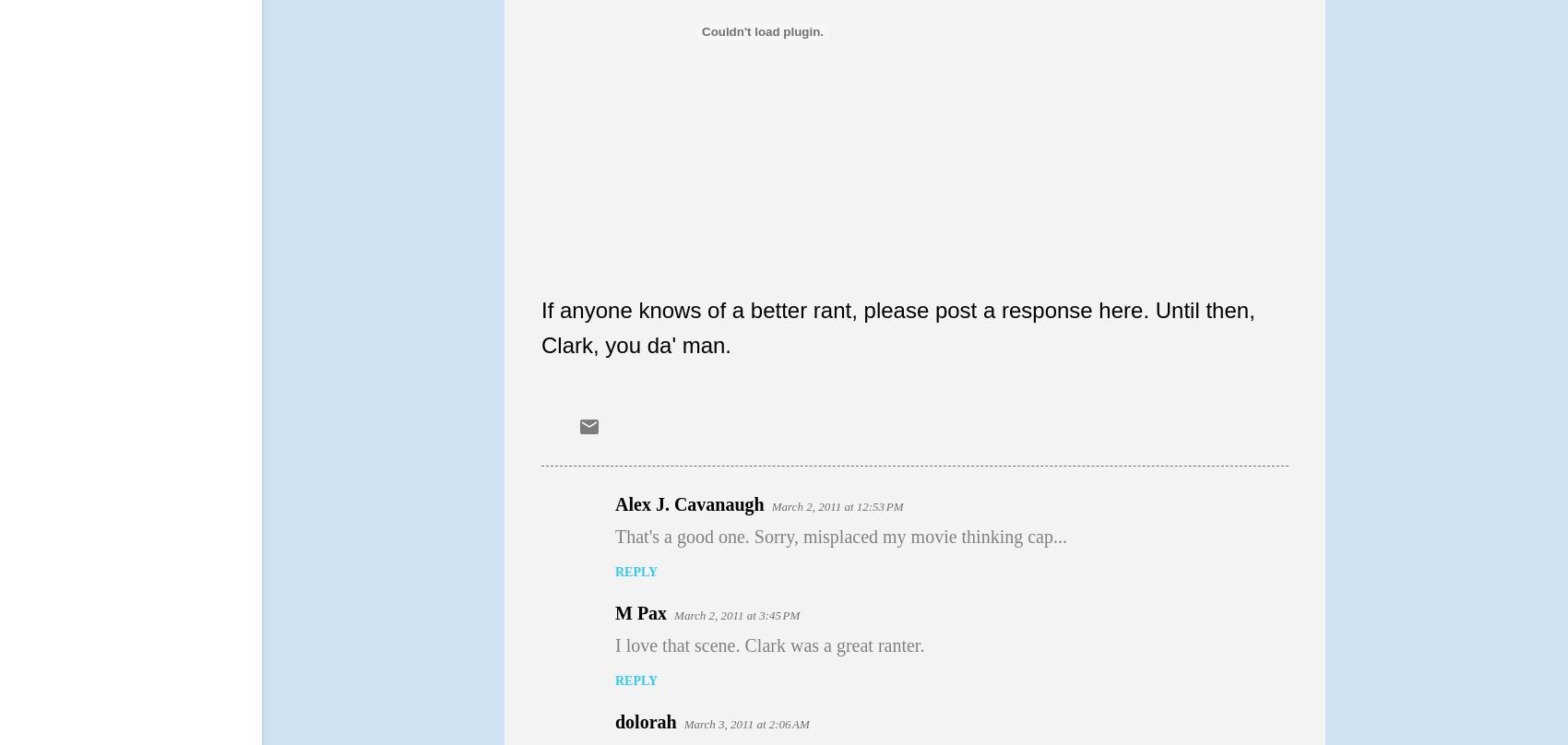 The height and width of the screenshot is (745, 1568). What do you see at coordinates (768, 644) in the screenshot?
I see `'I love that scene. Clark was a great ranter.'` at bounding box center [768, 644].